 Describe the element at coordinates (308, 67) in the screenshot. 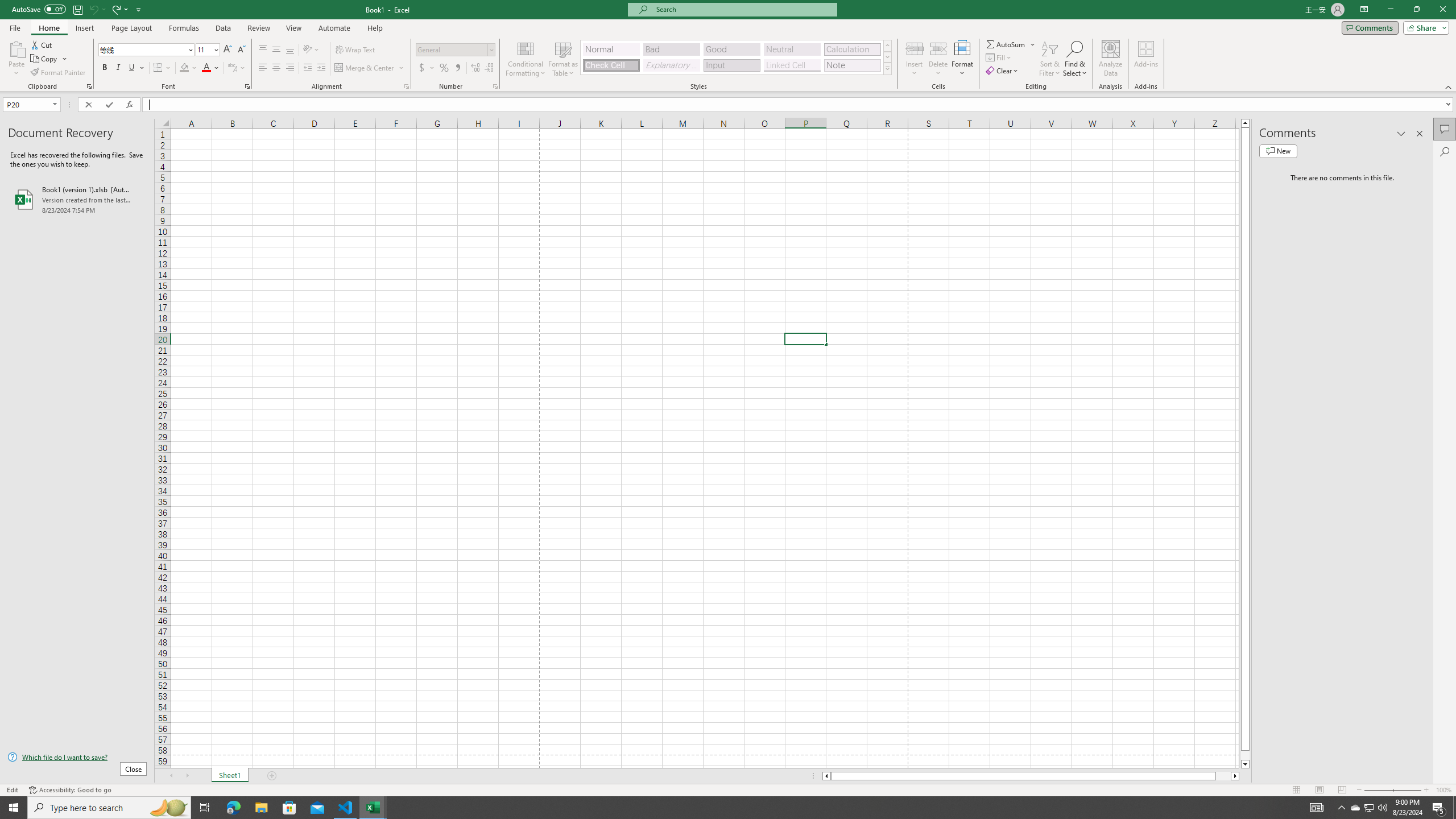

I see `'Decrease Indent'` at that location.